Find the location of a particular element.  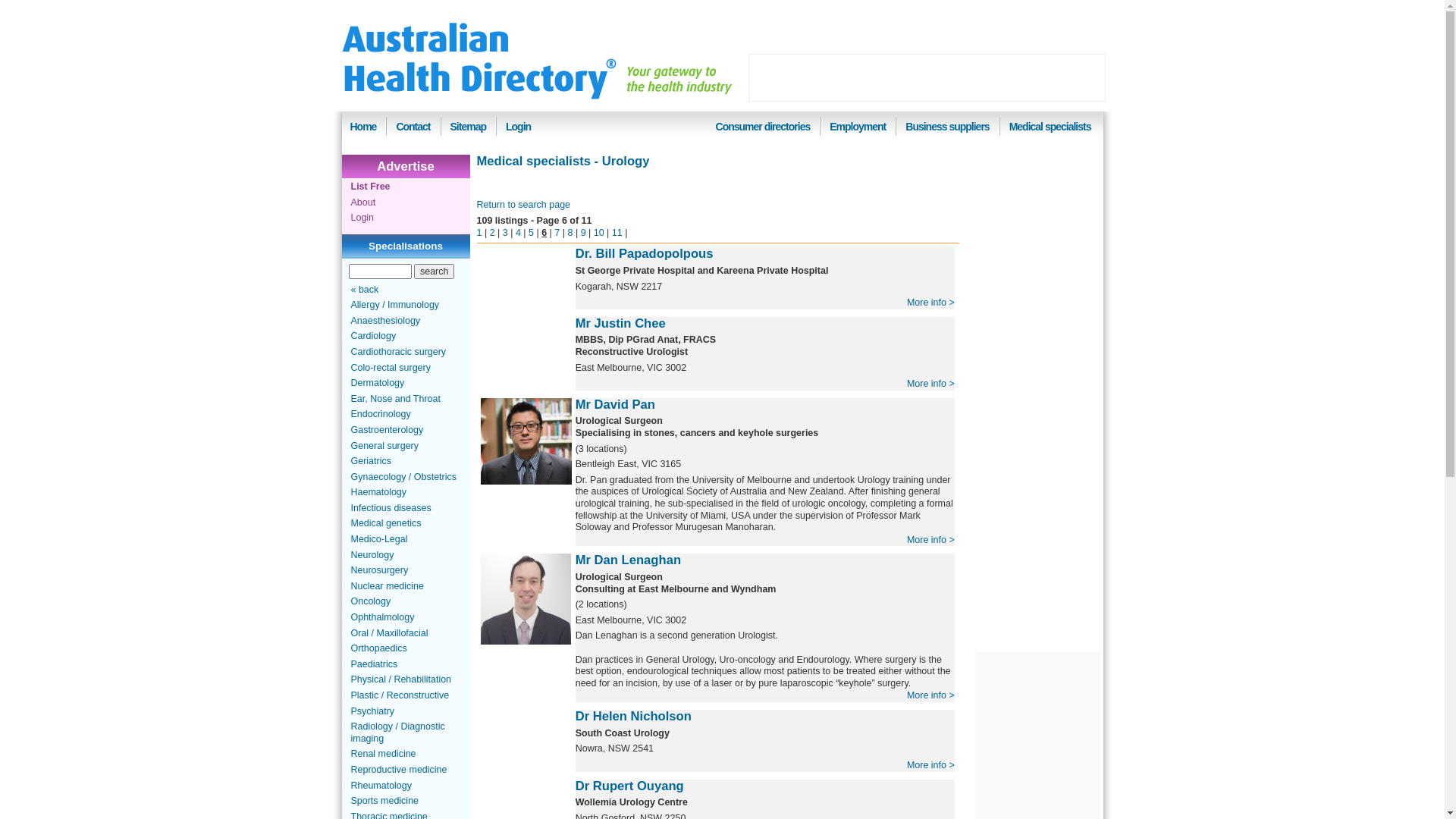

'Mr David Pan' is located at coordinates (615, 403).